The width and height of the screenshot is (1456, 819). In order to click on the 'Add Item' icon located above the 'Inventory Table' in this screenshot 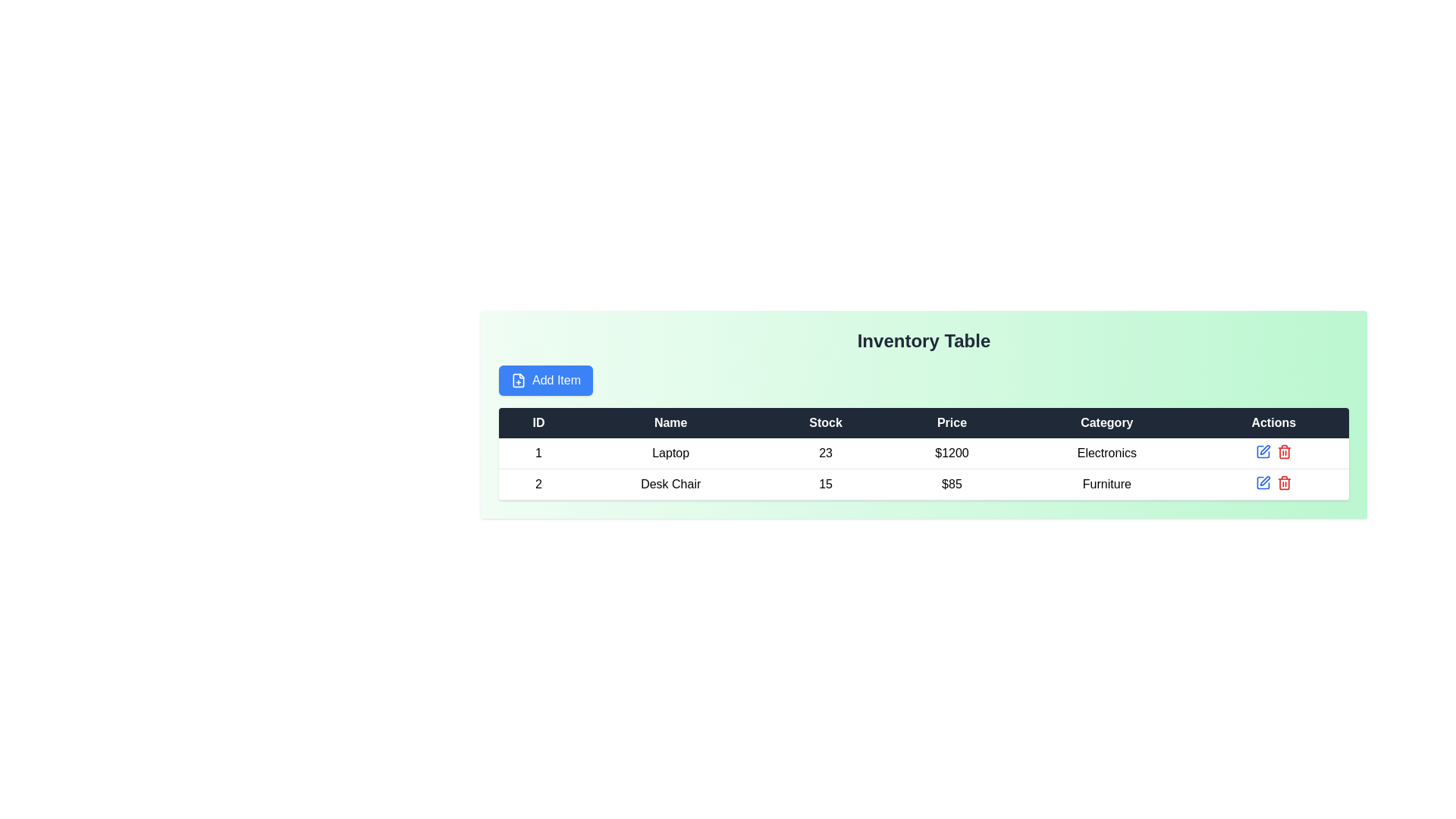, I will do `click(519, 379)`.